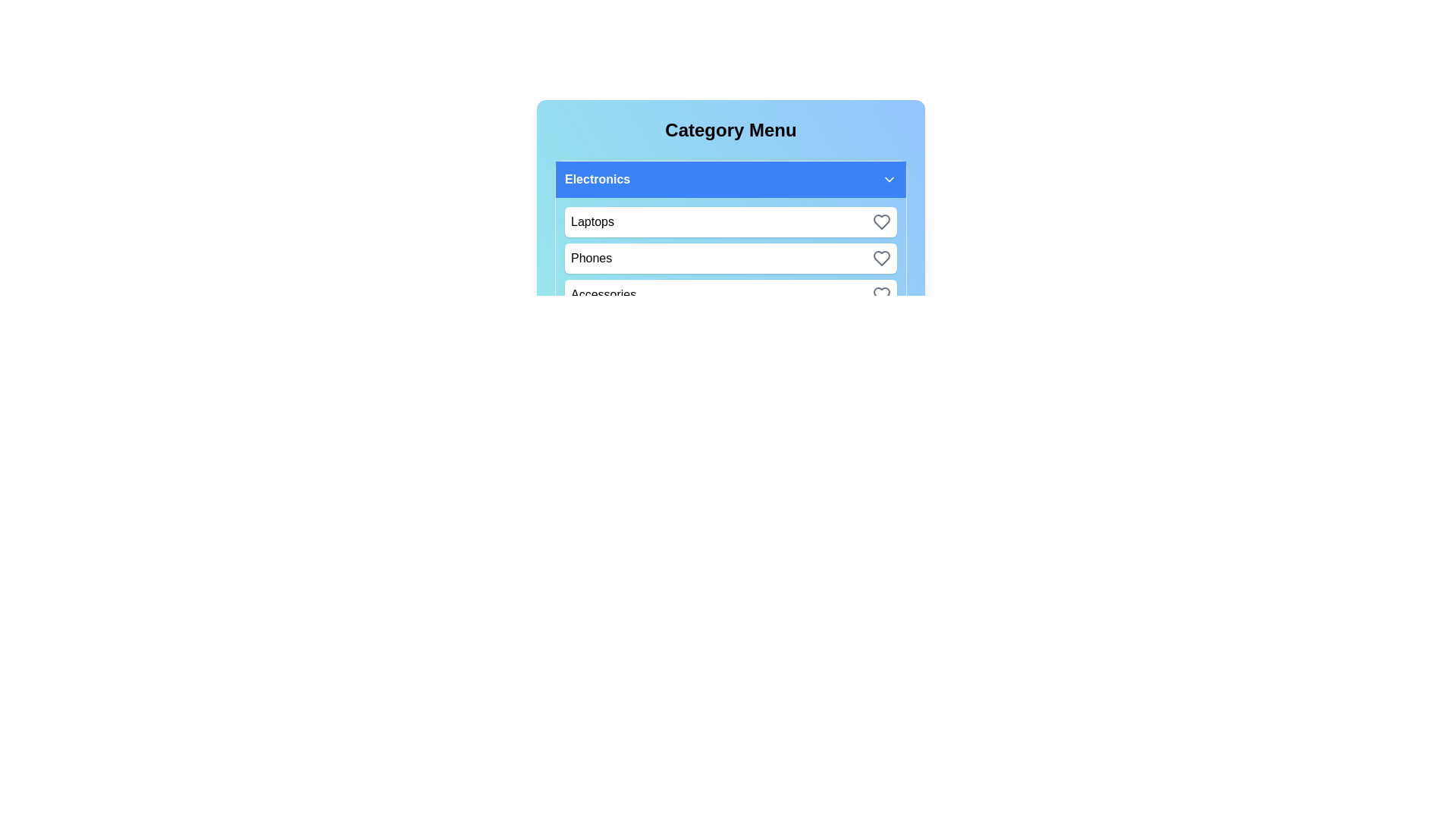 This screenshot has width=1456, height=819. What do you see at coordinates (731, 257) in the screenshot?
I see `the 'Phones' category selection button located in the second position of a vertical list under the 'Electronics' category menu, positioned between 'Laptops' and 'Accessories'` at bounding box center [731, 257].